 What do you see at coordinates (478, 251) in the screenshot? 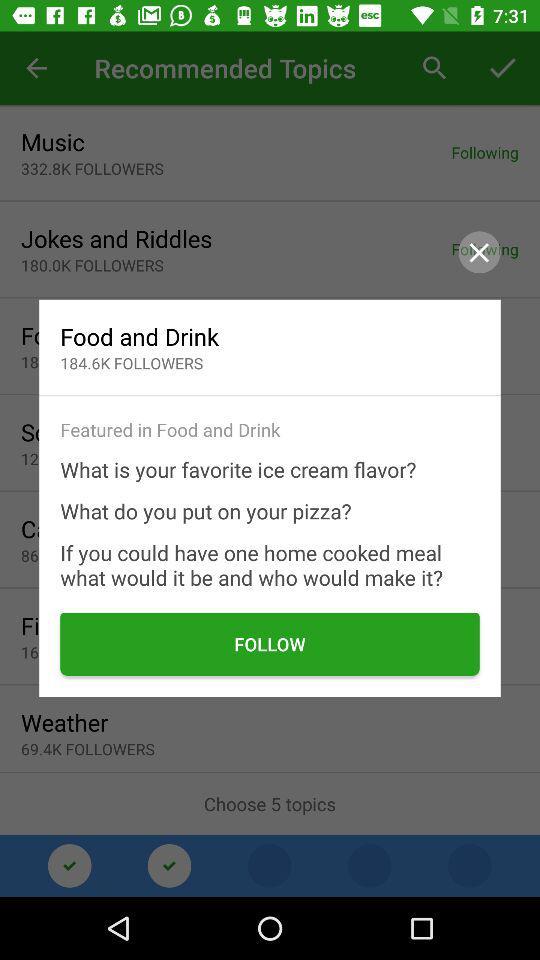
I see `the close icon` at bounding box center [478, 251].